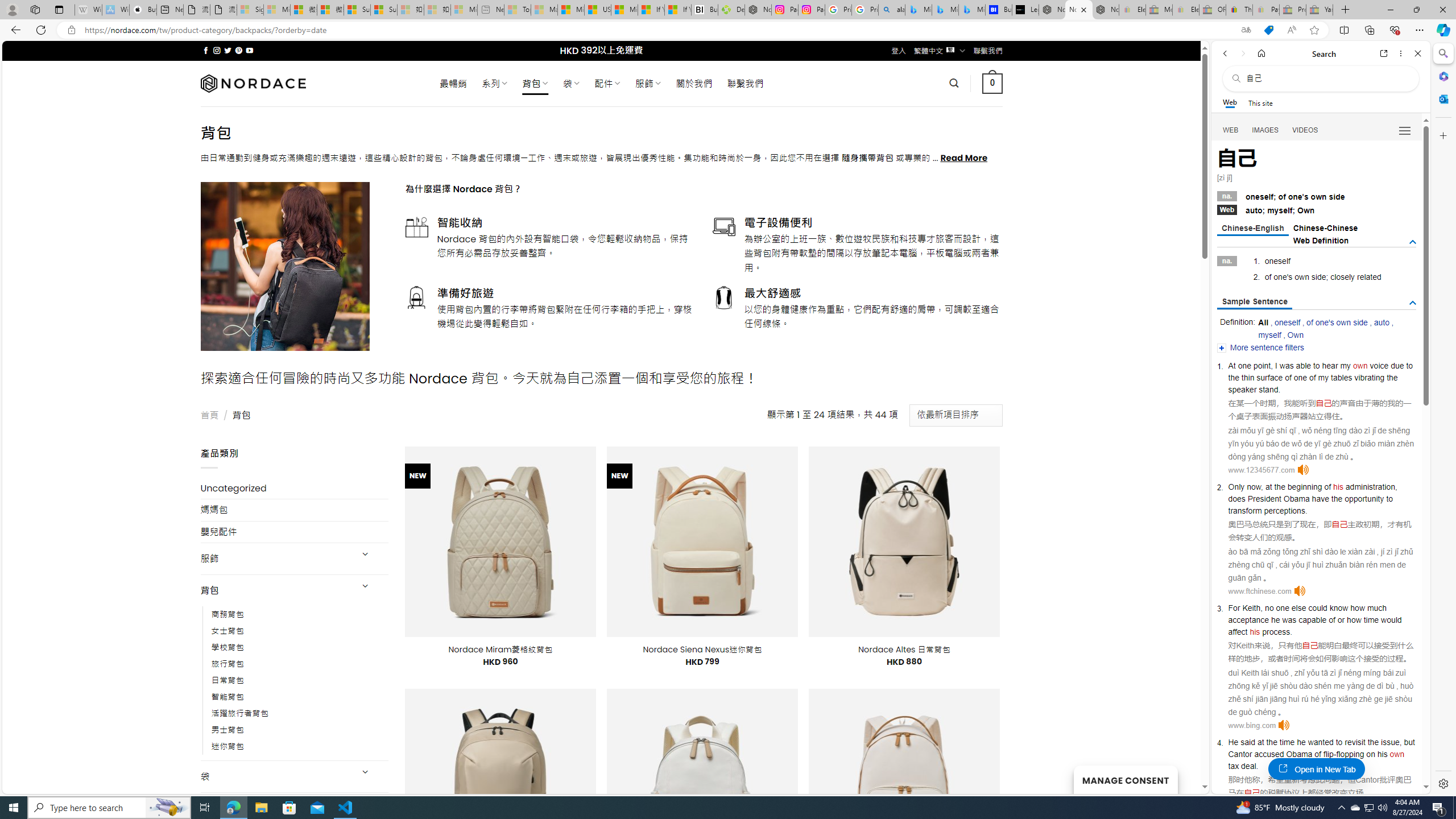 Image resolution: width=1456 pixels, height=819 pixels. What do you see at coordinates (1389, 742) in the screenshot?
I see `'issue'` at bounding box center [1389, 742].